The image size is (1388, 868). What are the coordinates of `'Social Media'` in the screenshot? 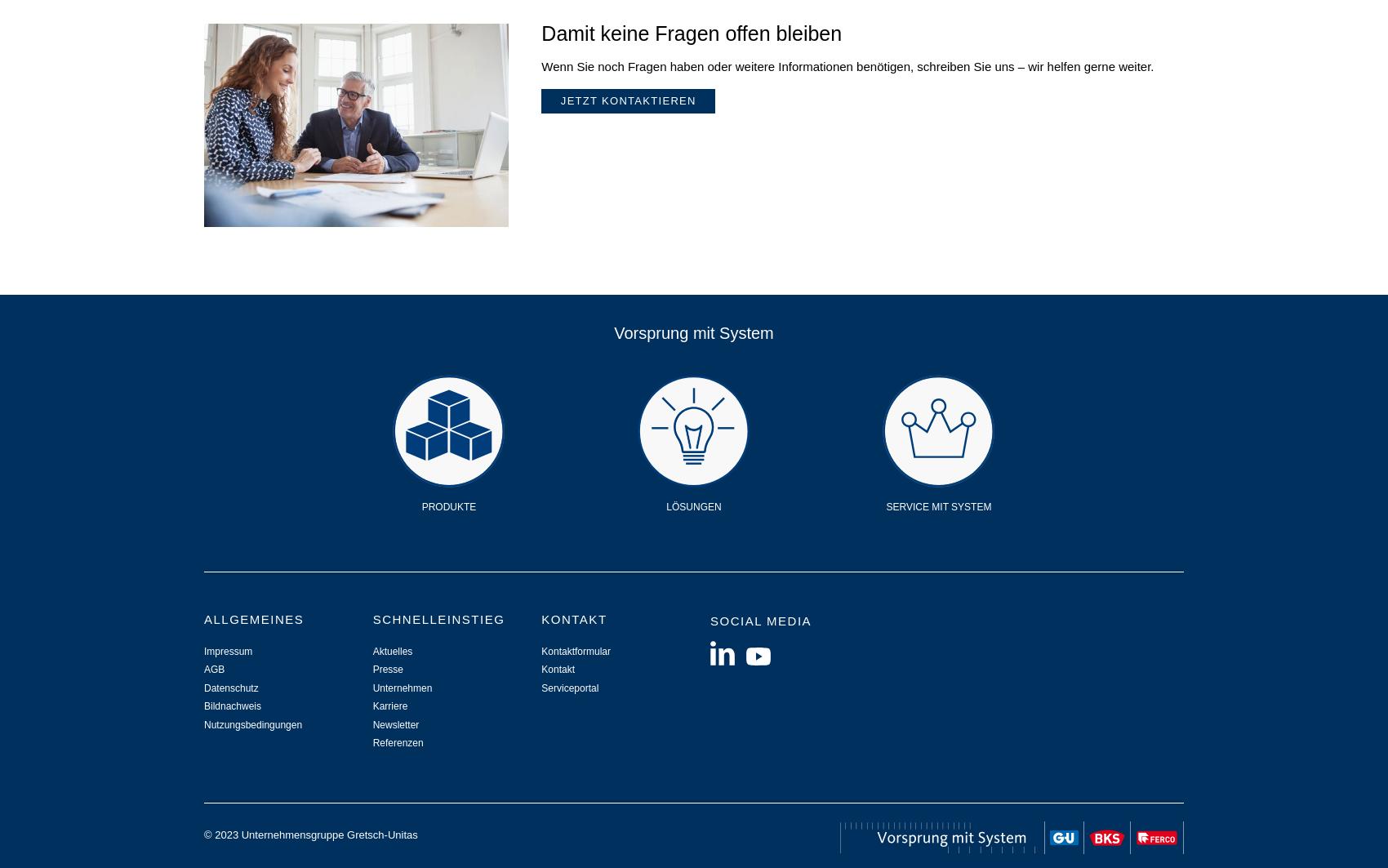 It's located at (760, 619).